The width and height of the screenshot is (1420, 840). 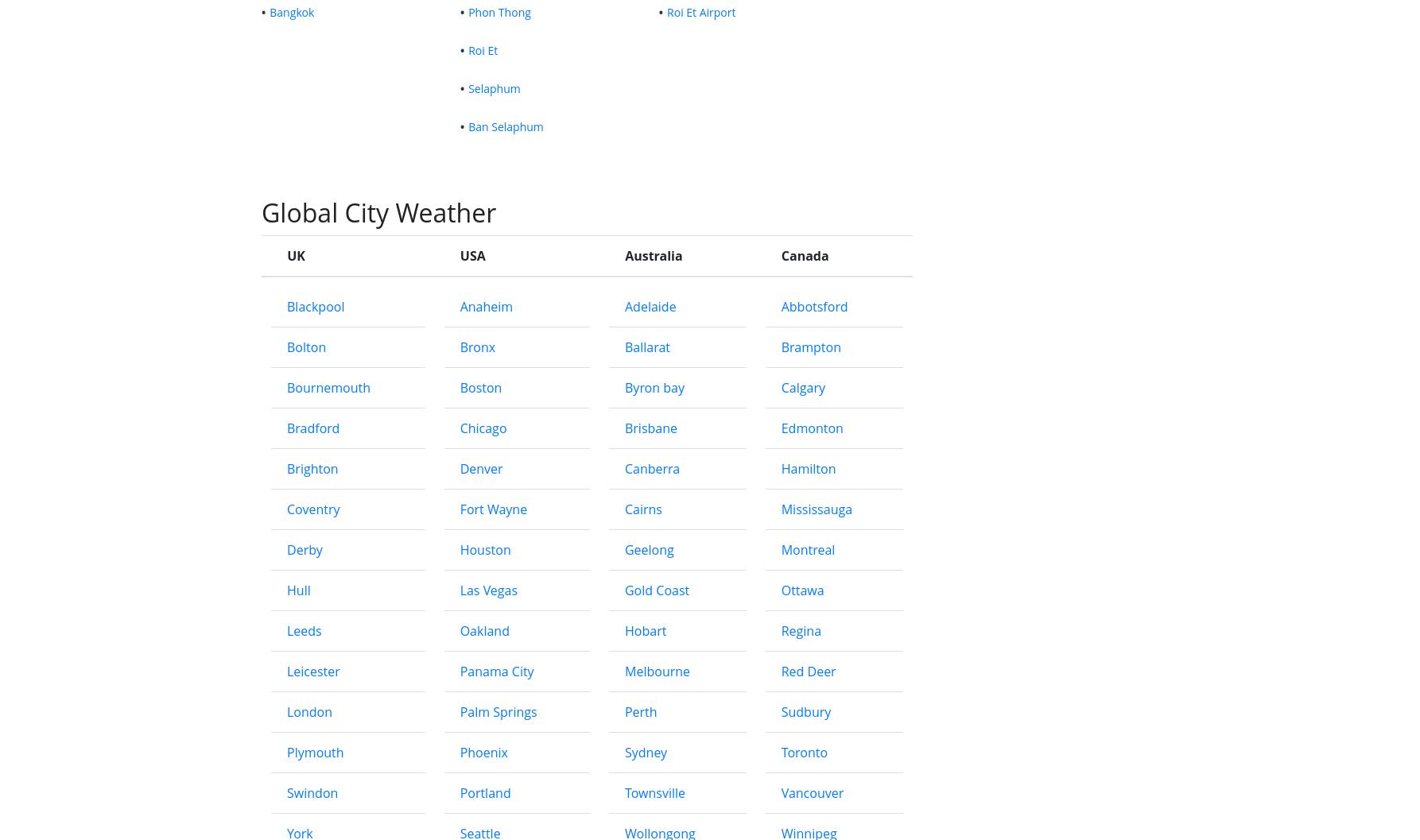 What do you see at coordinates (623, 582) in the screenshot?
I see `'Ballarat'` at bounding box center [623, 582].